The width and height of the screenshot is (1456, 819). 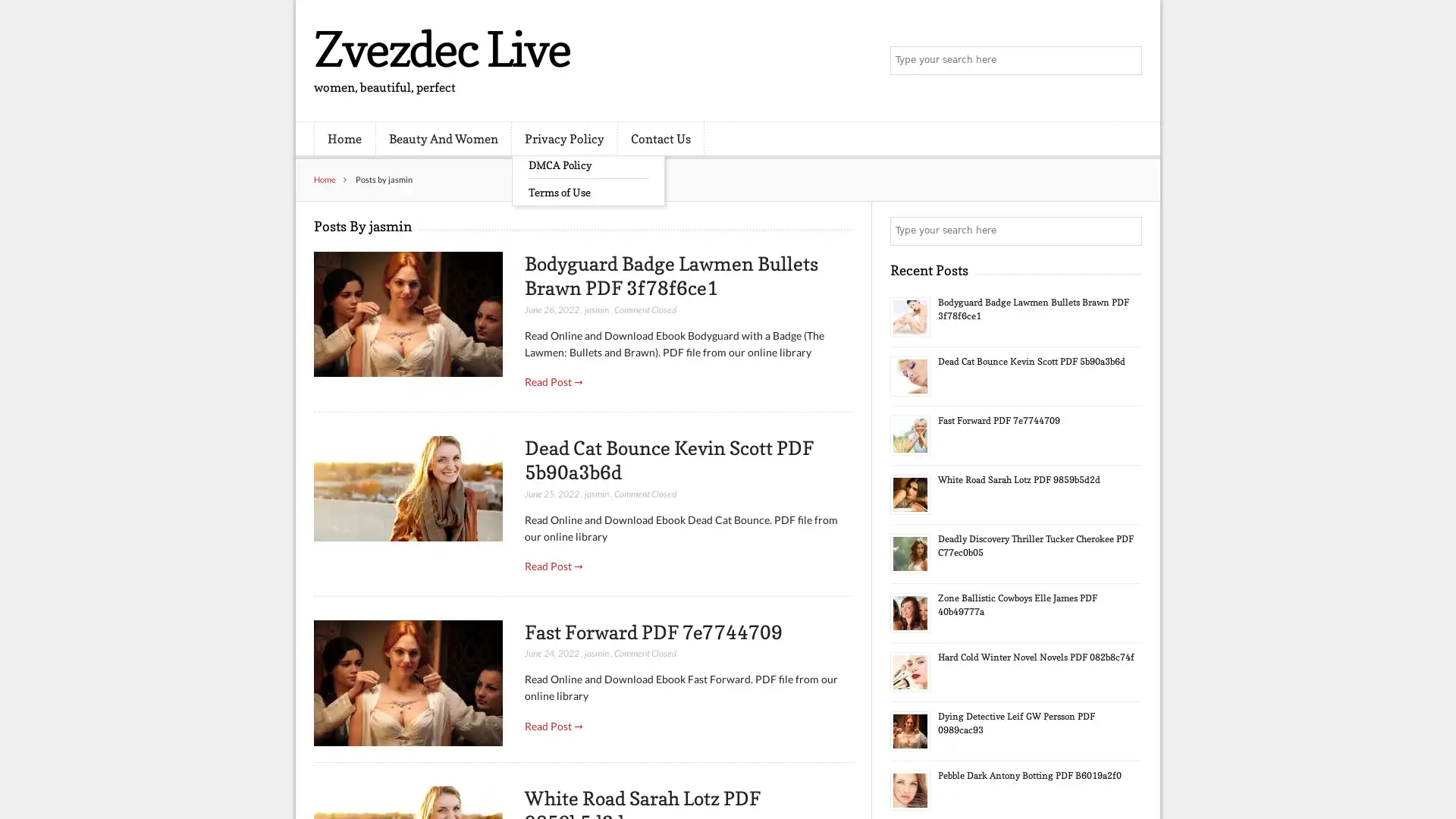 I want to click on Search, so click(x=1126, y=61).